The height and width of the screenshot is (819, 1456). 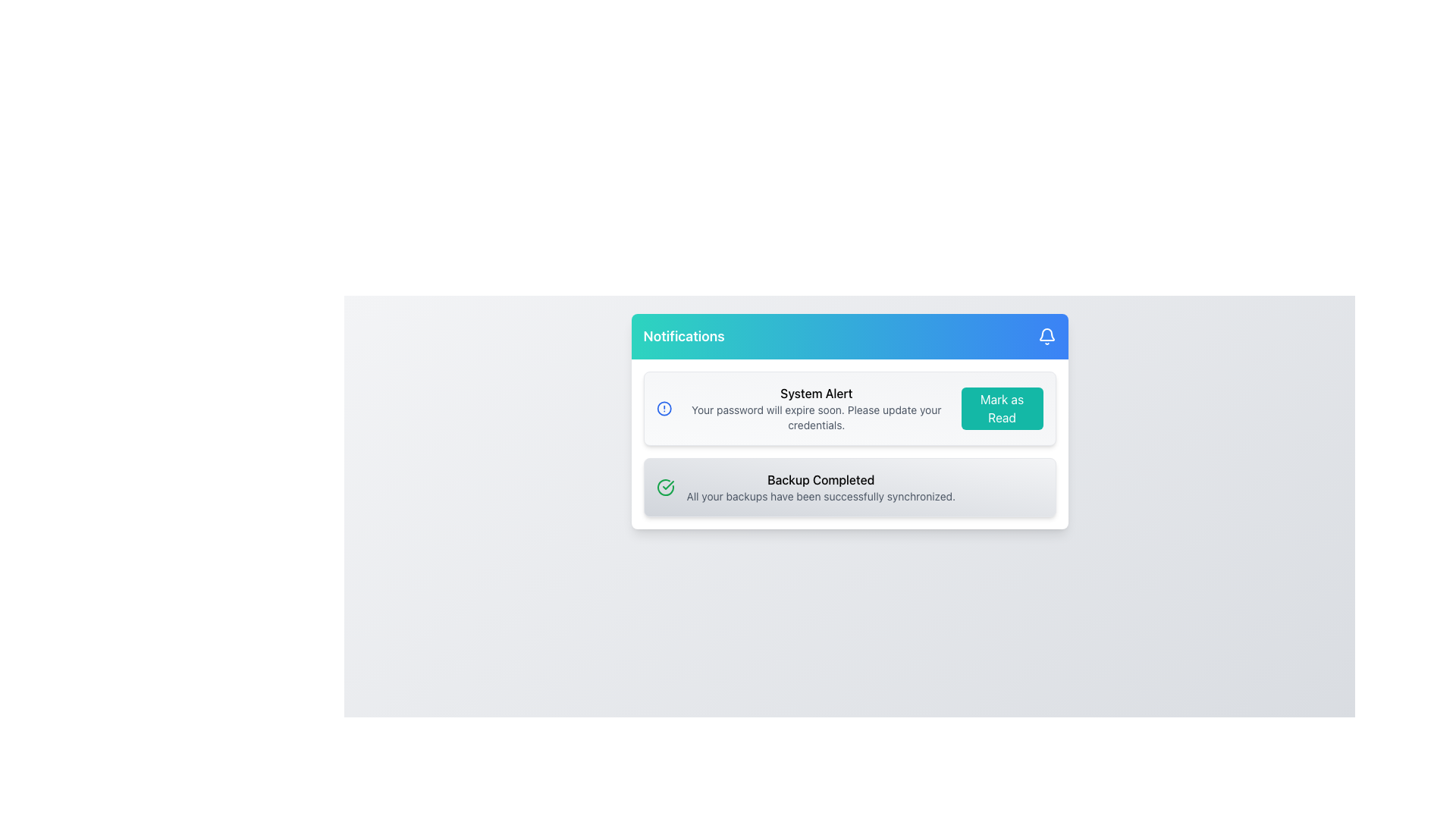 I want to click on the 'Mark as Read' button, which is a teal button with white text located in the top-right corner of the notification card, so click(x=1002, y=408).